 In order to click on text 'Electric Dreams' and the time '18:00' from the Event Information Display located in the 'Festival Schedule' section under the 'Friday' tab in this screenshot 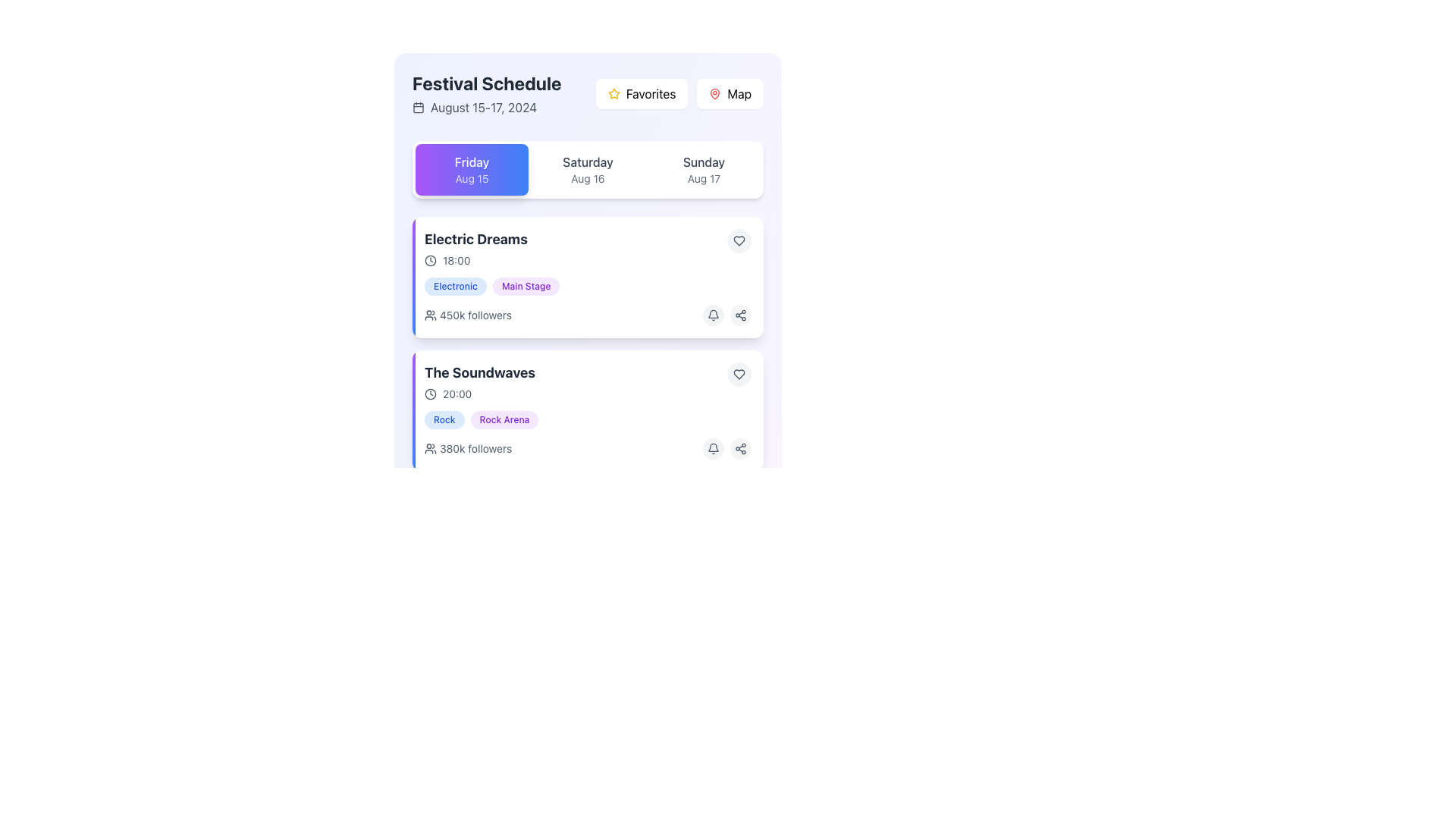, I will do `click(475, 247)`.